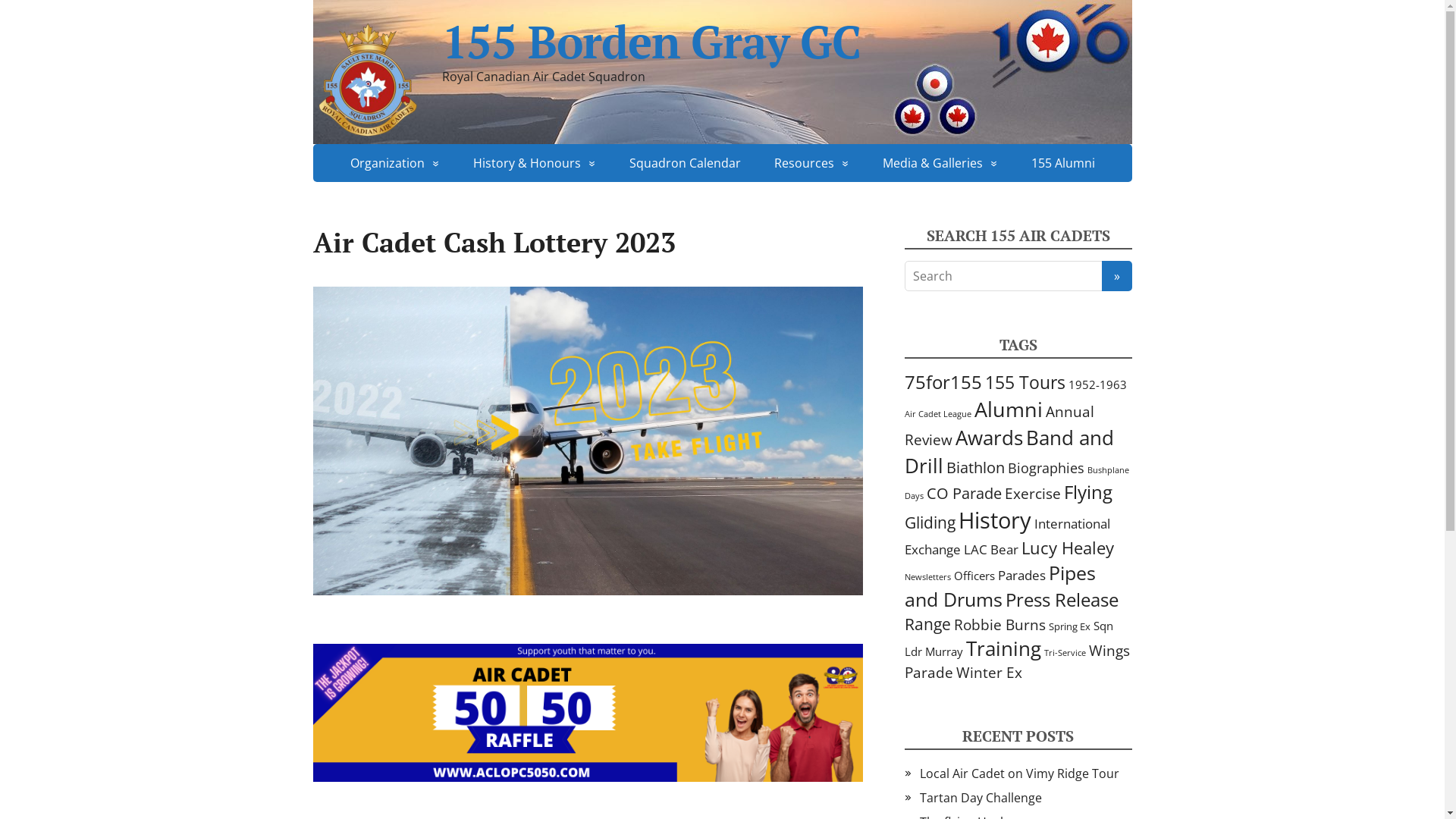 This screenshot has width=1456, height=819. Describe the element at coordinates (1018, 773) in the screenshot. I see `'Local Air Cadet on Vimy Ridge Tour'` at that location.